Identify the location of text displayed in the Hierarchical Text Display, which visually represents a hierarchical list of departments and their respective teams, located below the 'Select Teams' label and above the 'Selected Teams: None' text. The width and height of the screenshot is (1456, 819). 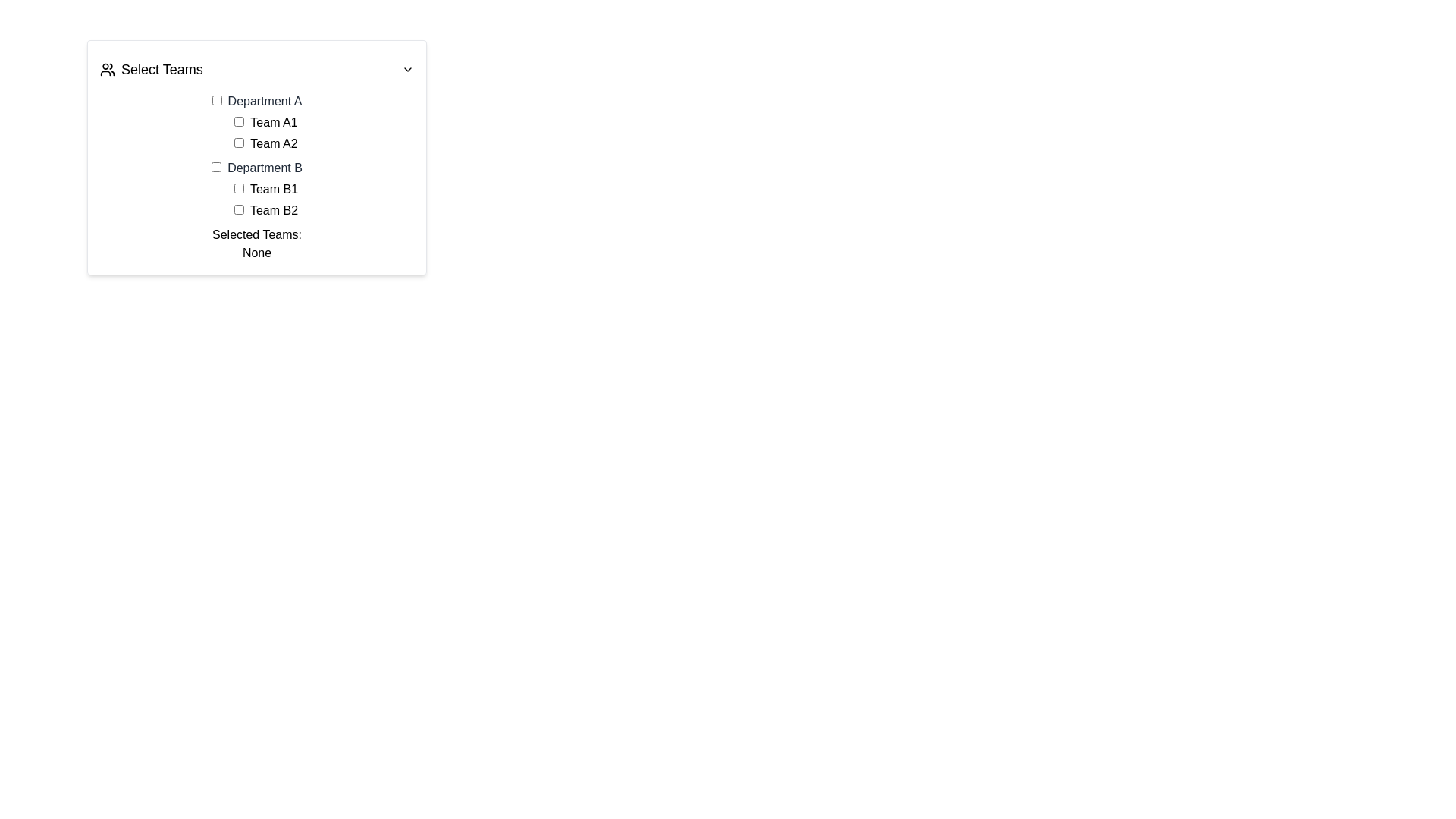
(257, 155).